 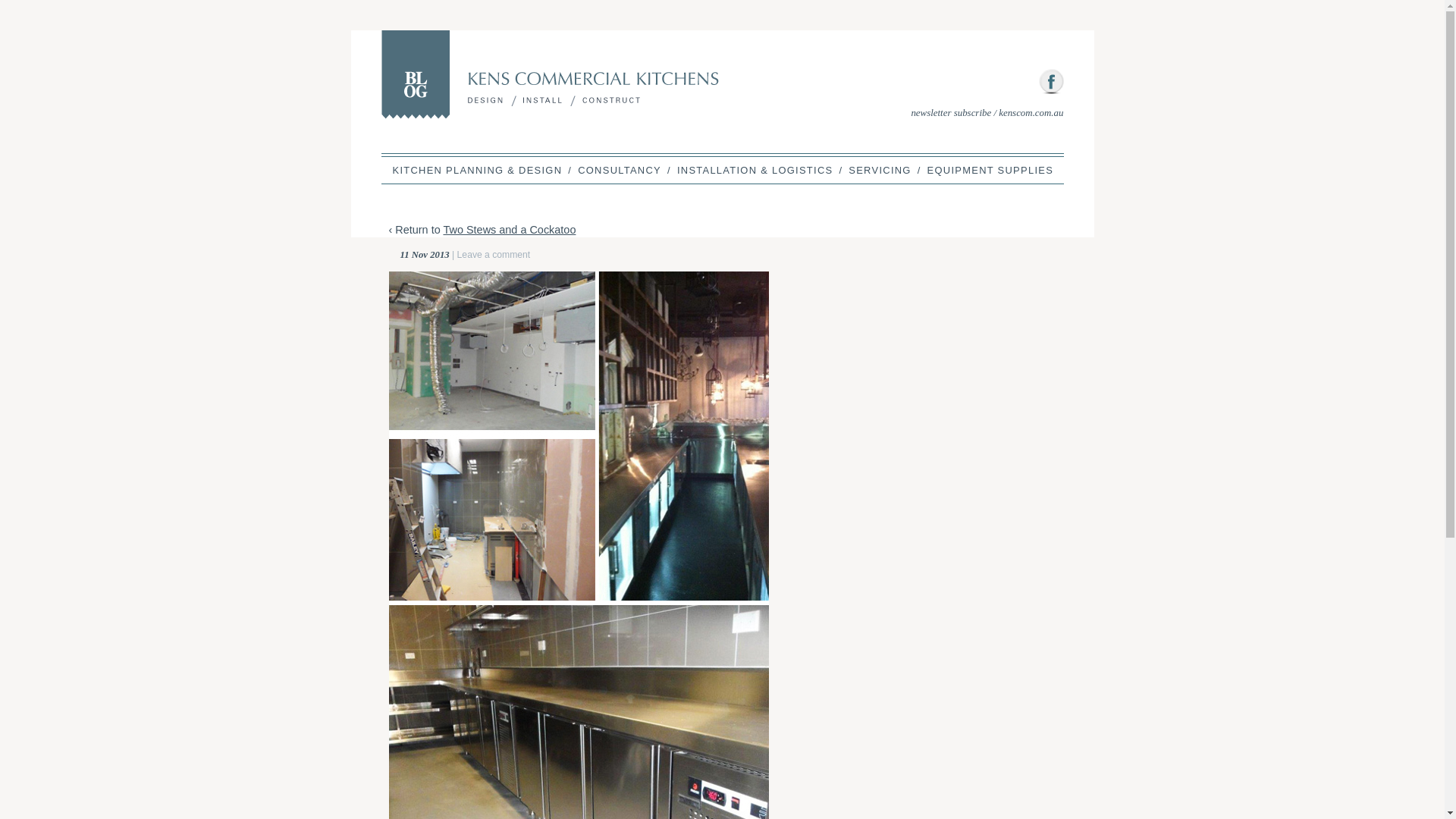 I want to click on 'kenscom.com.au', so click(x=1031, y=111).